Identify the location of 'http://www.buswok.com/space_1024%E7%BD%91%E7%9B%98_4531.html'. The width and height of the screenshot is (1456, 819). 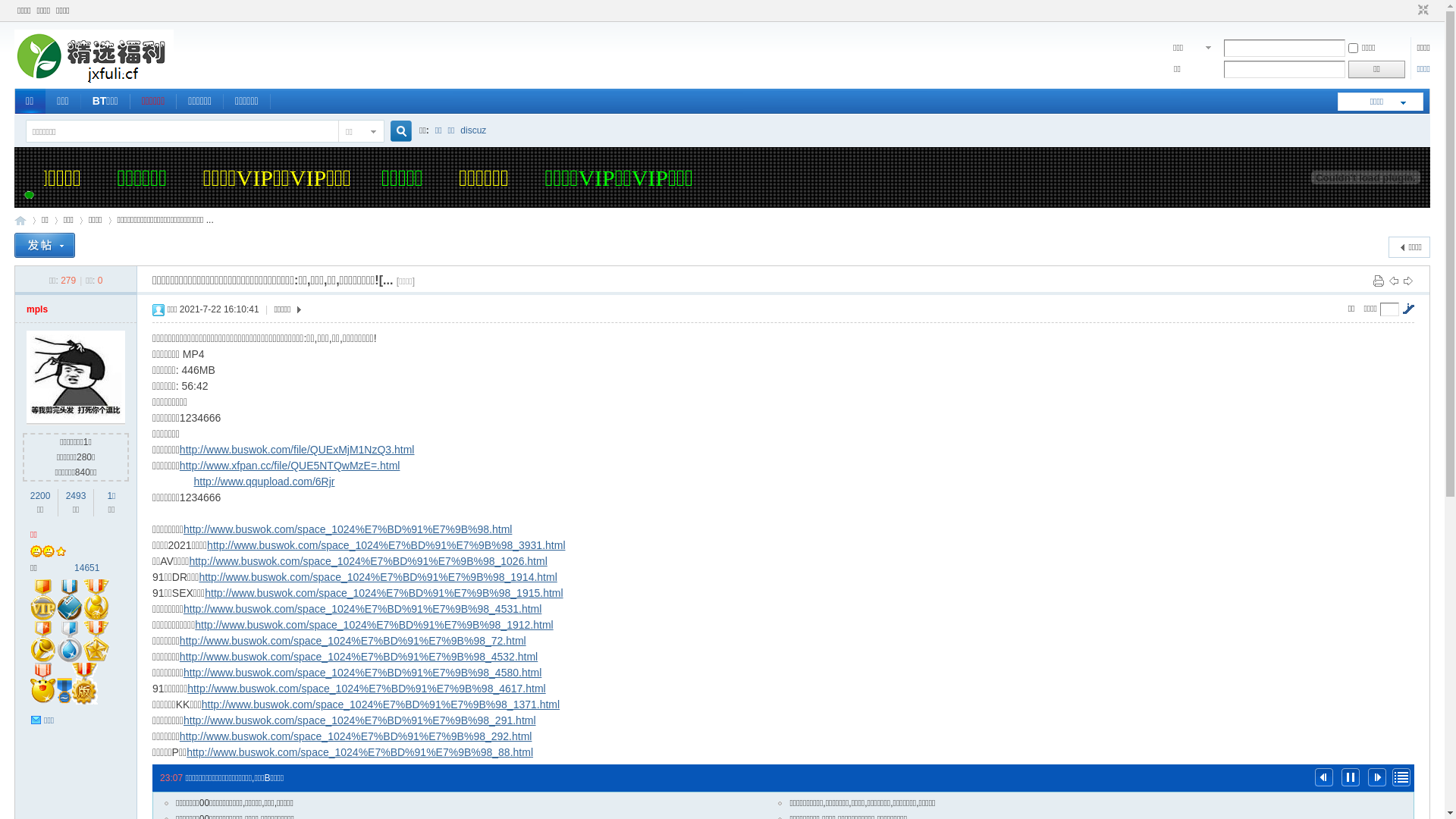
(362, 607).